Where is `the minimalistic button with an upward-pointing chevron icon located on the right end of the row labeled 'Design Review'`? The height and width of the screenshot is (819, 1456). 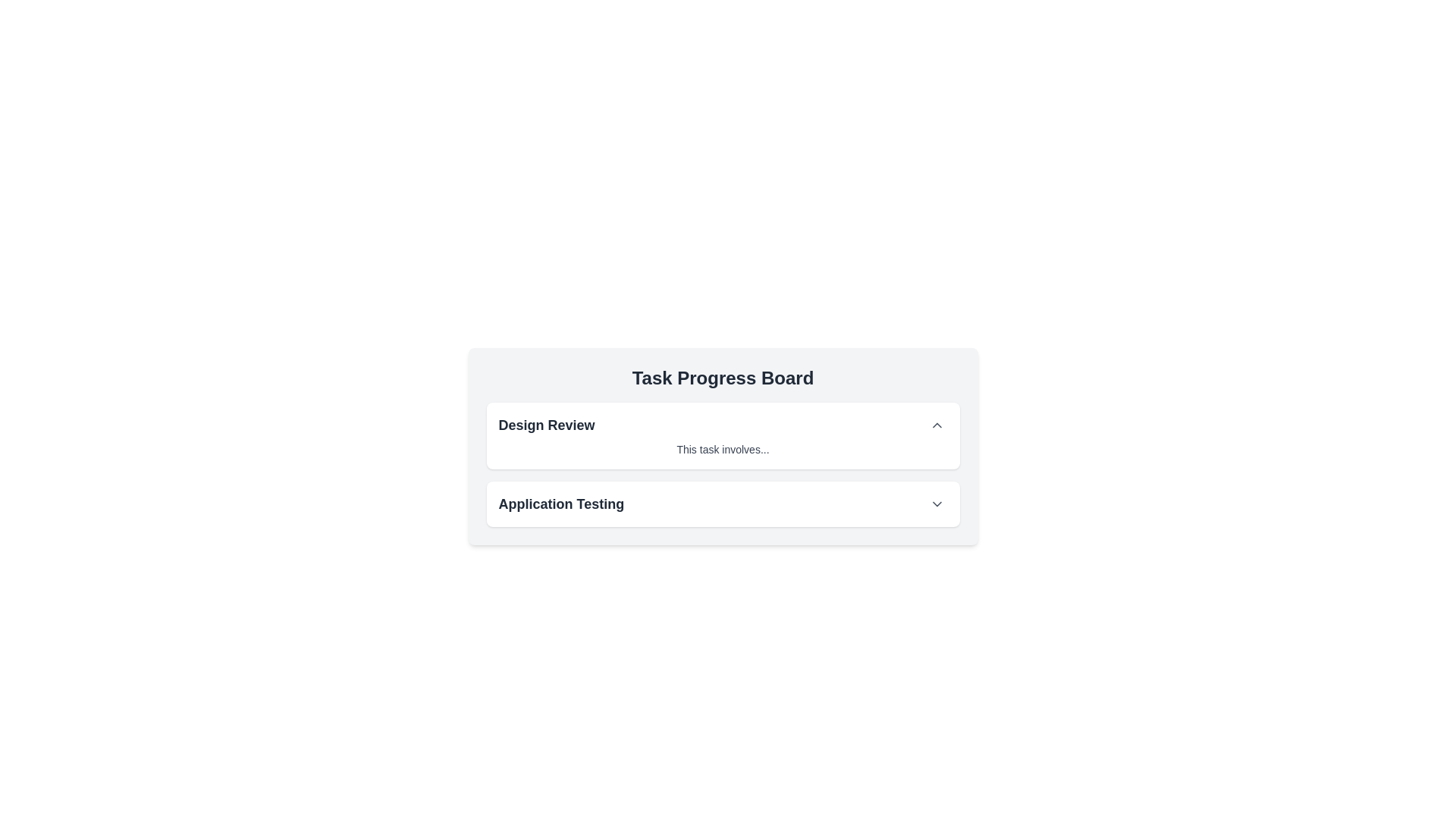
the minimalistic button with an upward-pointing chevron icon located on the right end of the row labeled 'Design Review' is located at coordinates (936, 425).